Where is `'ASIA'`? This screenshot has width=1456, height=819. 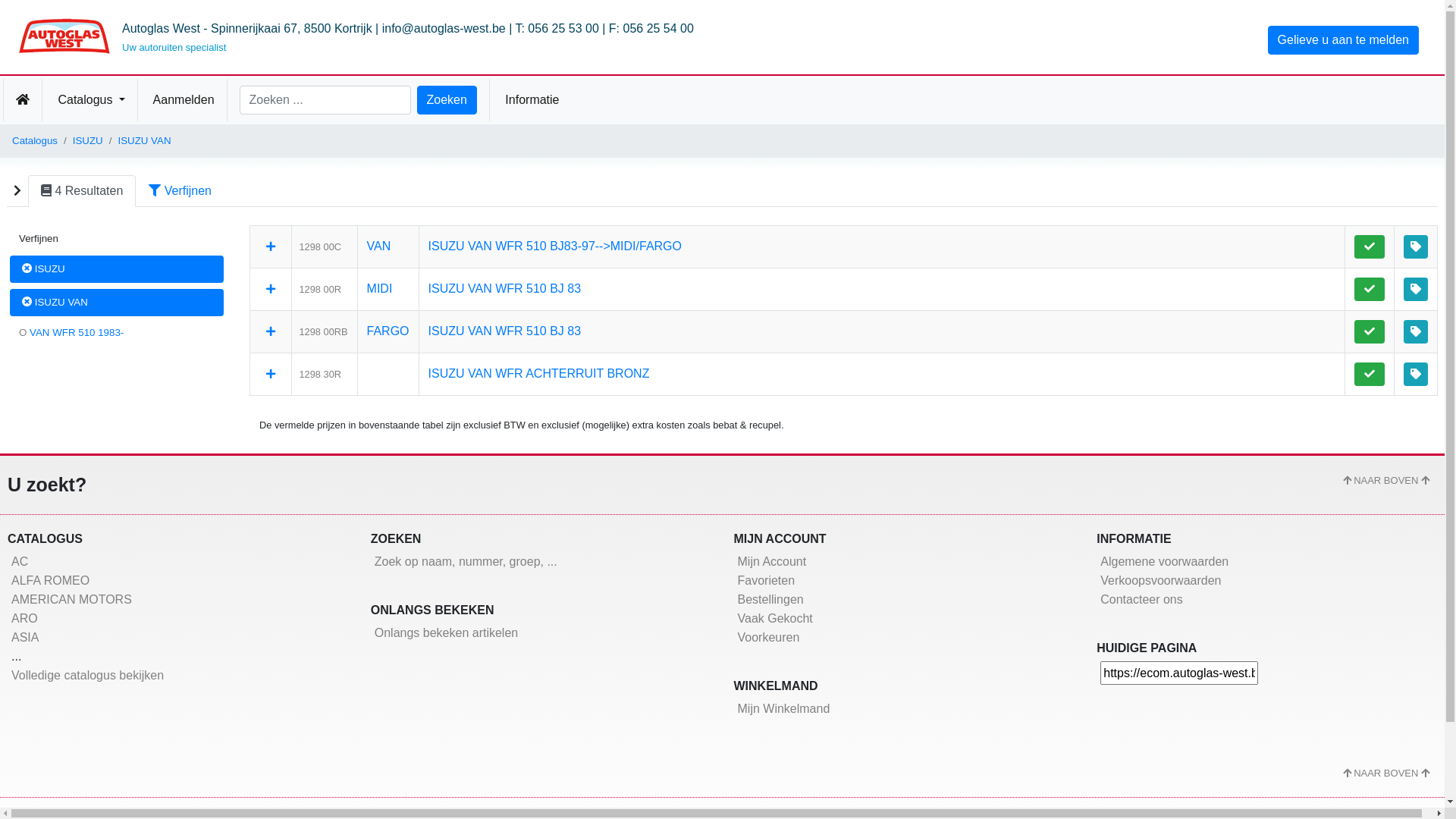 'ASIA' is located at coordinates (25, 637).